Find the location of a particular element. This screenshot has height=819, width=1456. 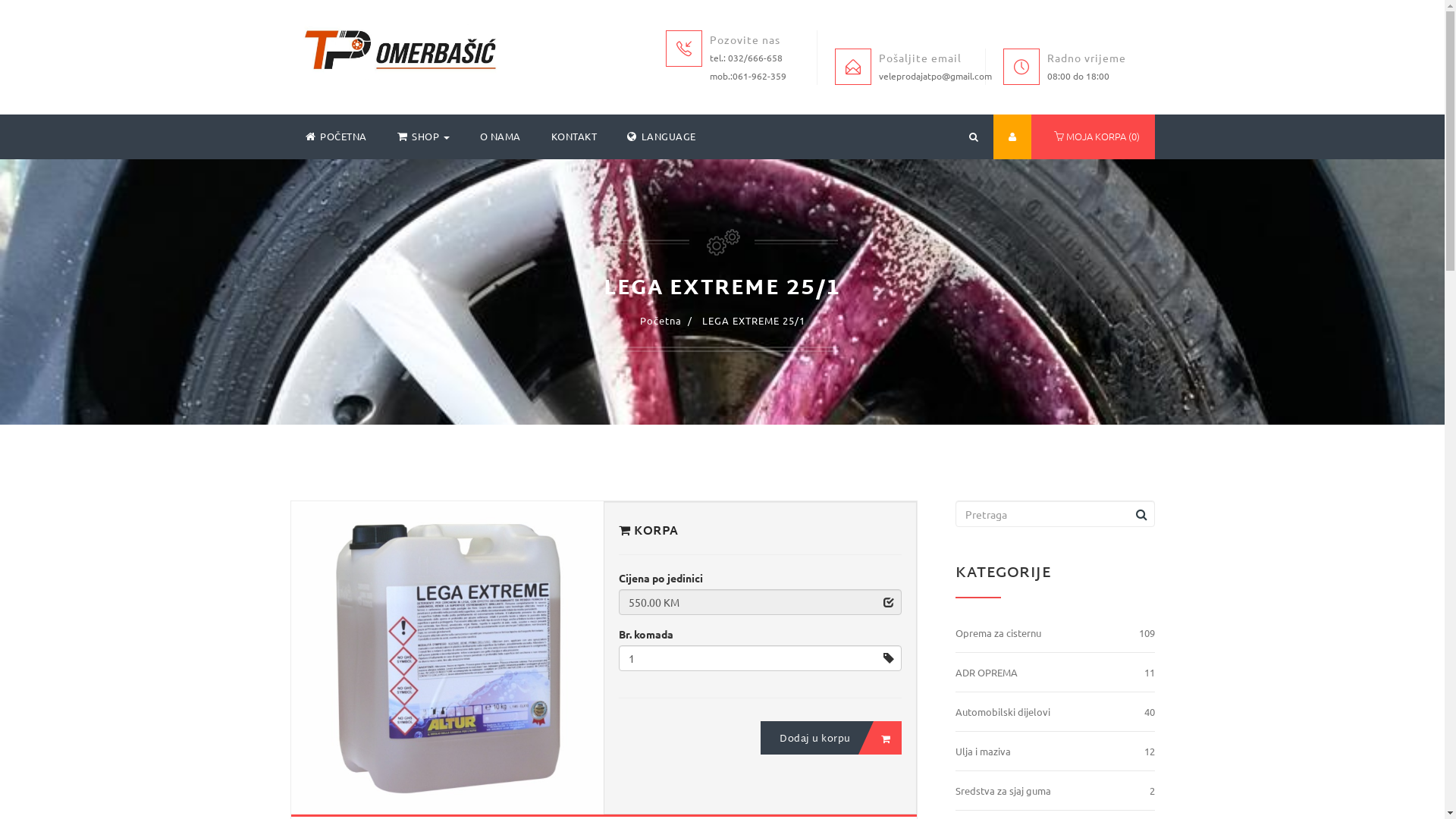

'Ulja i maziva is located at coordinates (1054, 752).